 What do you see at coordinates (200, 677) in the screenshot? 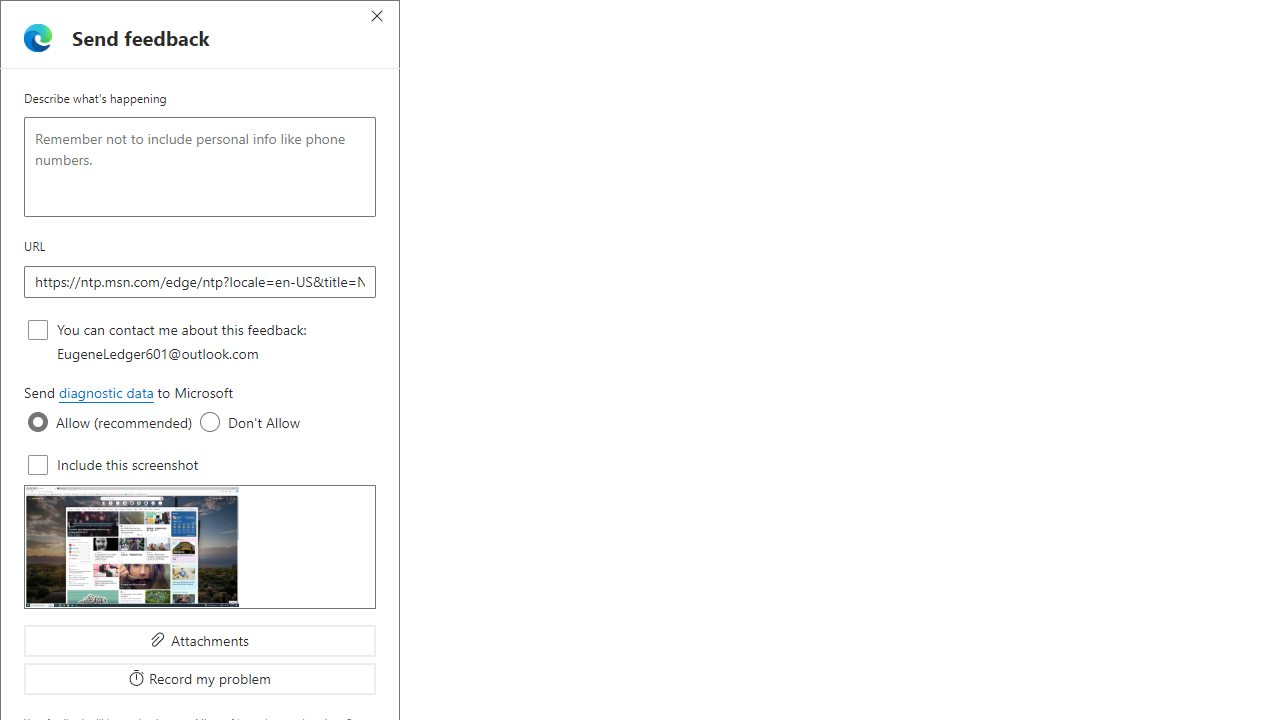
I see `'Record my problem'` at bounding box center [200, 677].